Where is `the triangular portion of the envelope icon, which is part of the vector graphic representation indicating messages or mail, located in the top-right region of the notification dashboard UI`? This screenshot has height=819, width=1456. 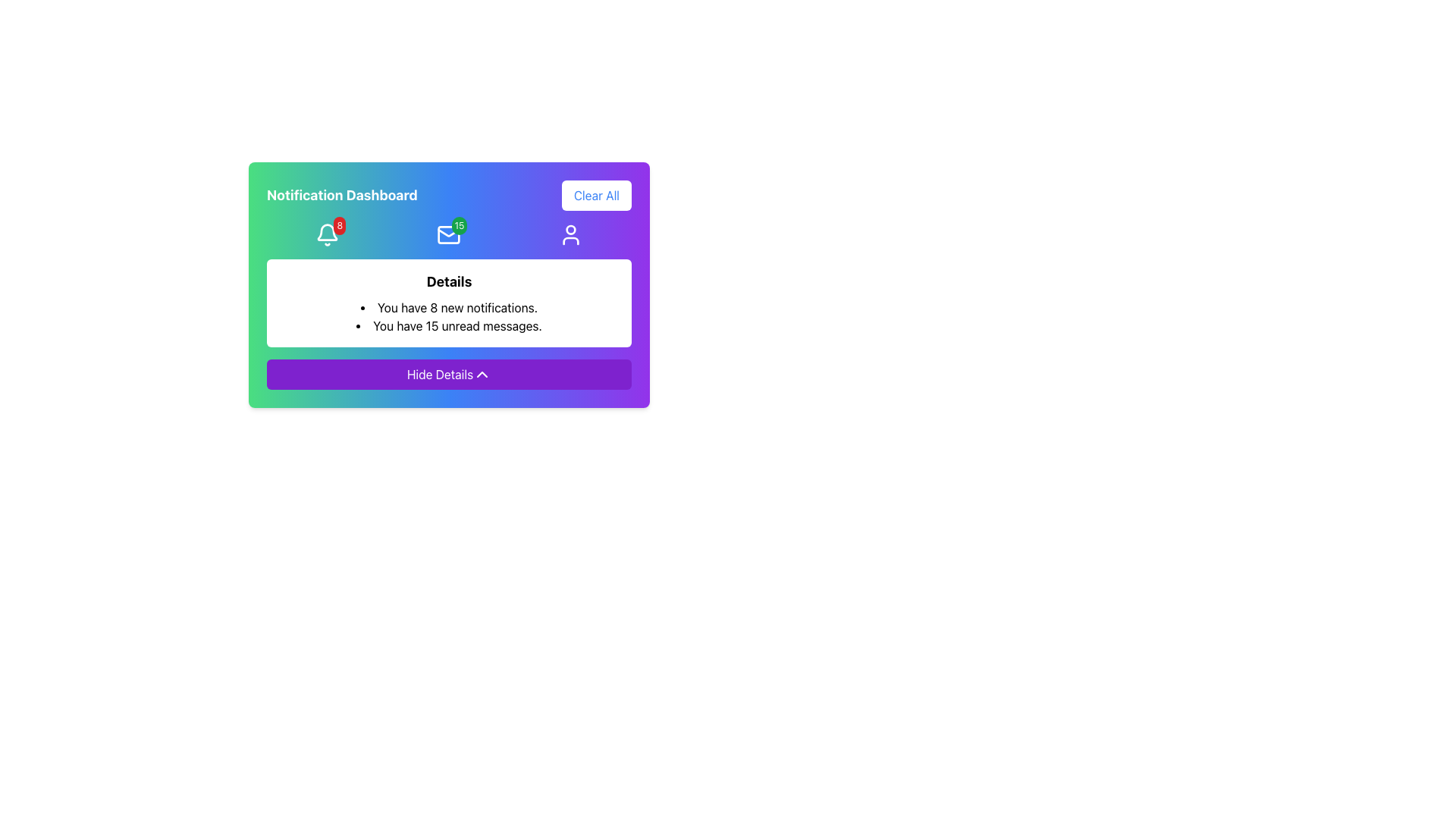
the triangular portion of the envelope icon, which is part of the vector graphic representation indicating messages or mail, located in the top-right region of the notification dashboard UI is located at coordinates (448, 233).